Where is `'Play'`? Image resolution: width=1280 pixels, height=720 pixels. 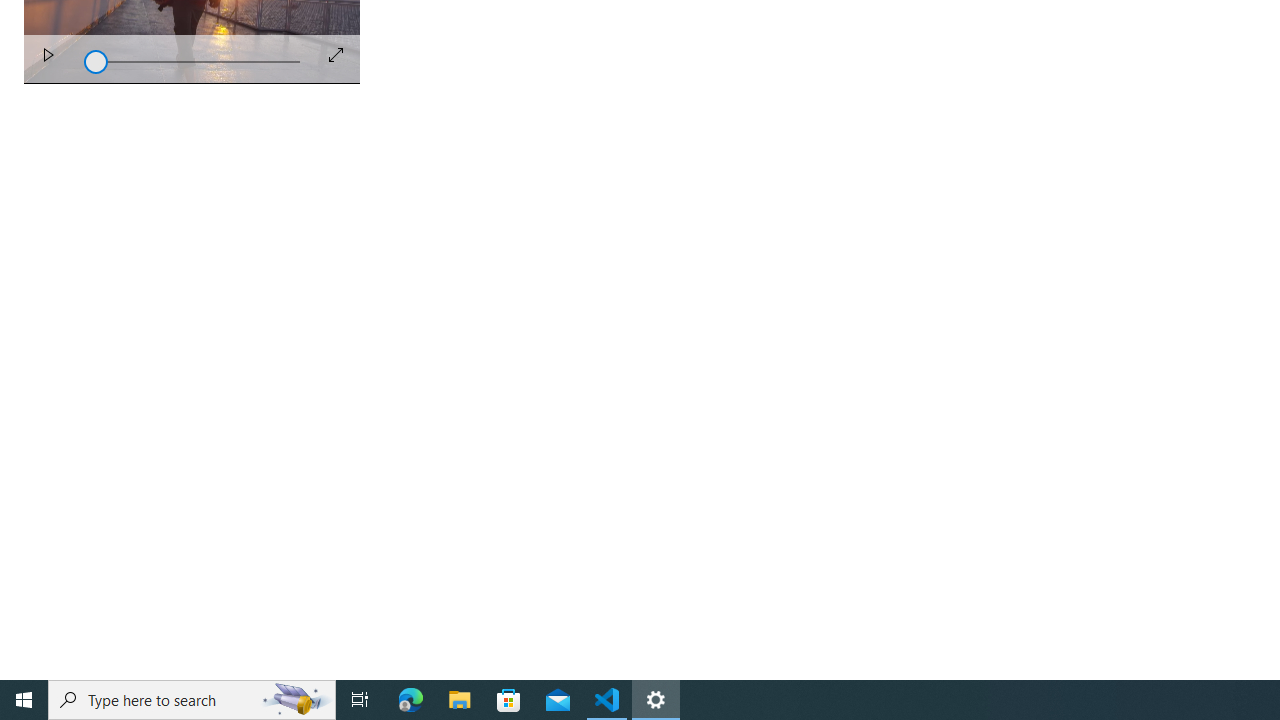
'Play' is located at coordinates (48, 58).